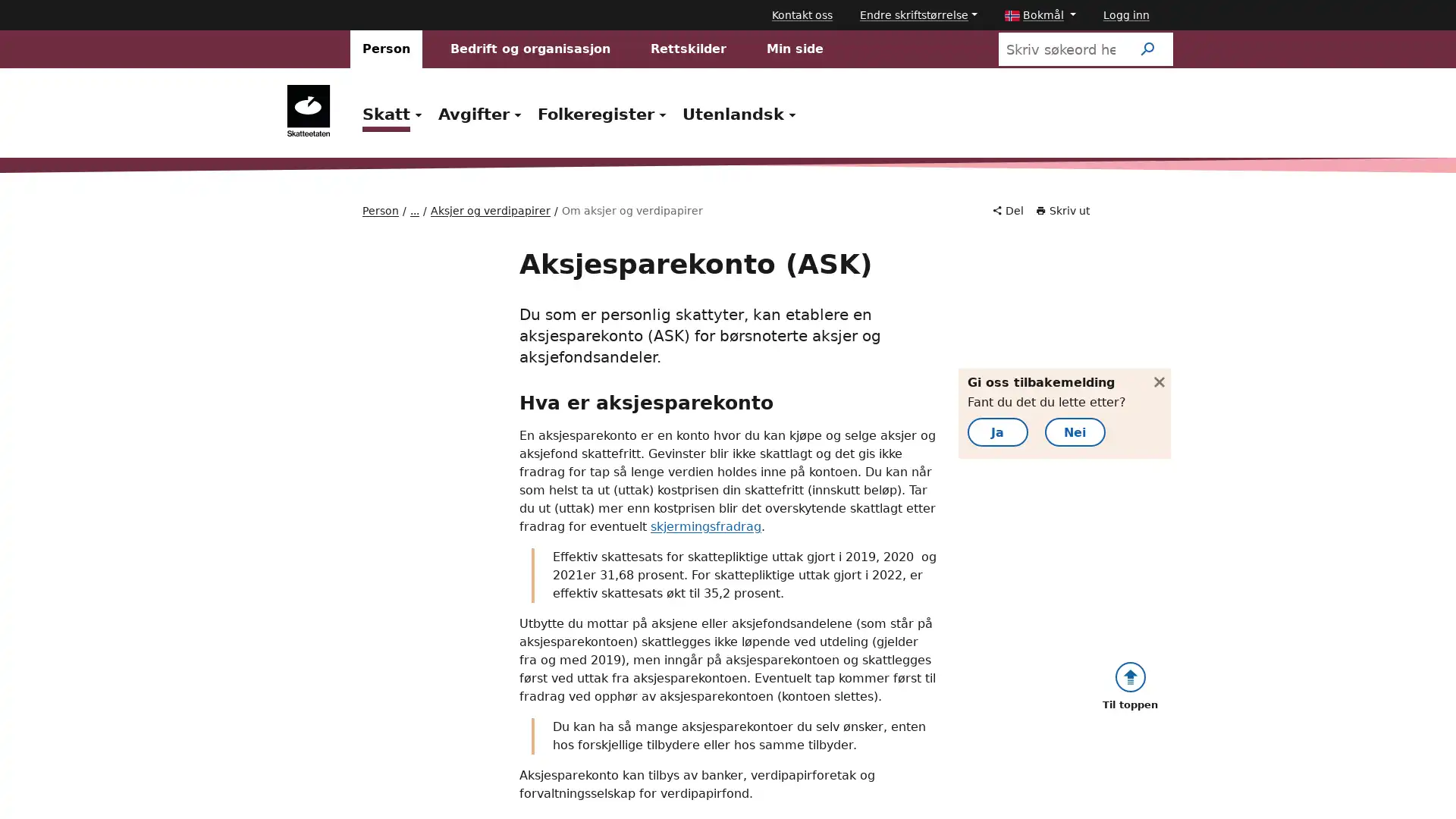 This screenshot has width=1456, height=819. Describe the element at coordinates (687, 49) in the screenshot. I see `Rettskilder` at that location.